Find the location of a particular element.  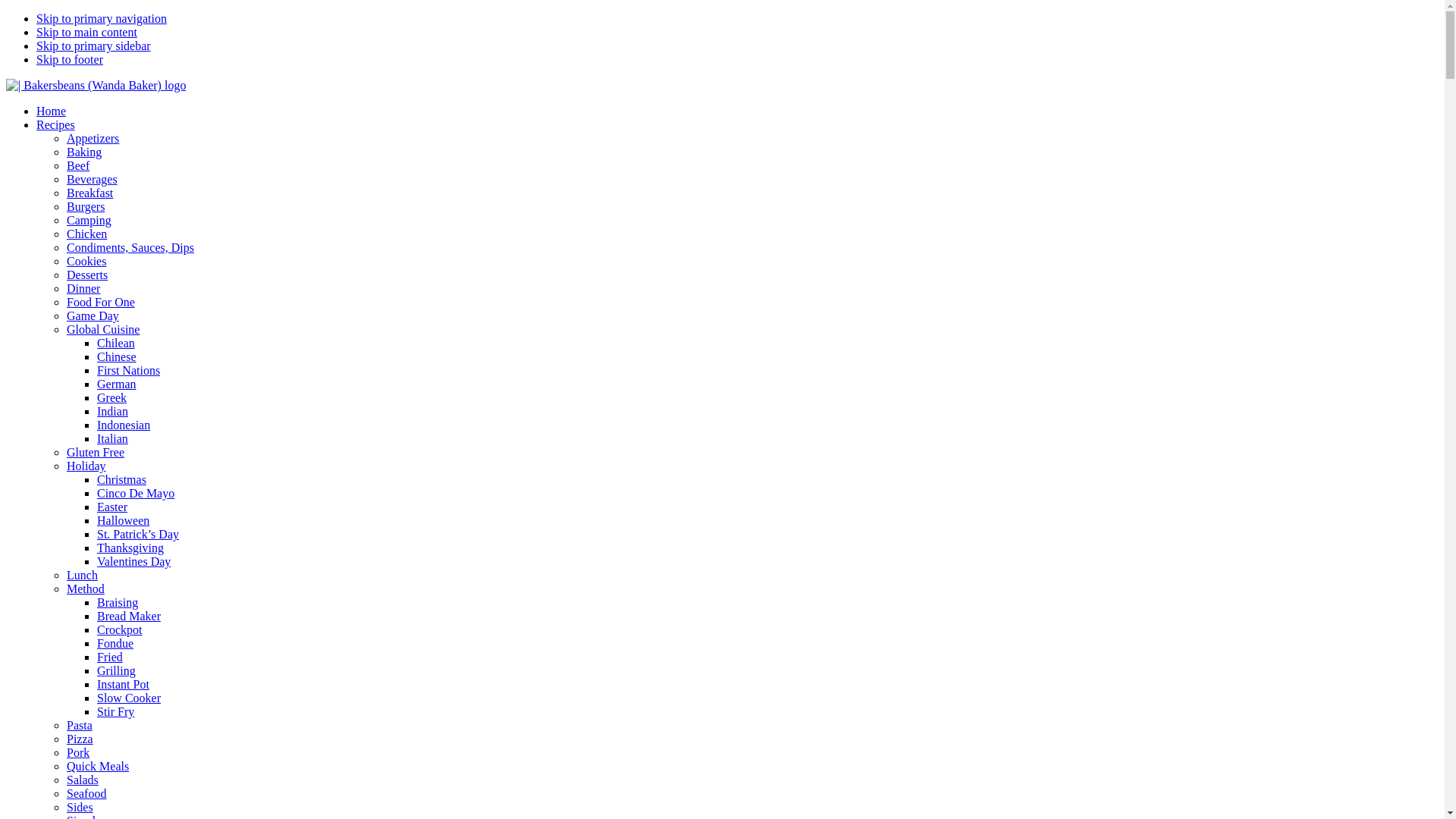

'Game Day' is located at coordinates (92, 315).